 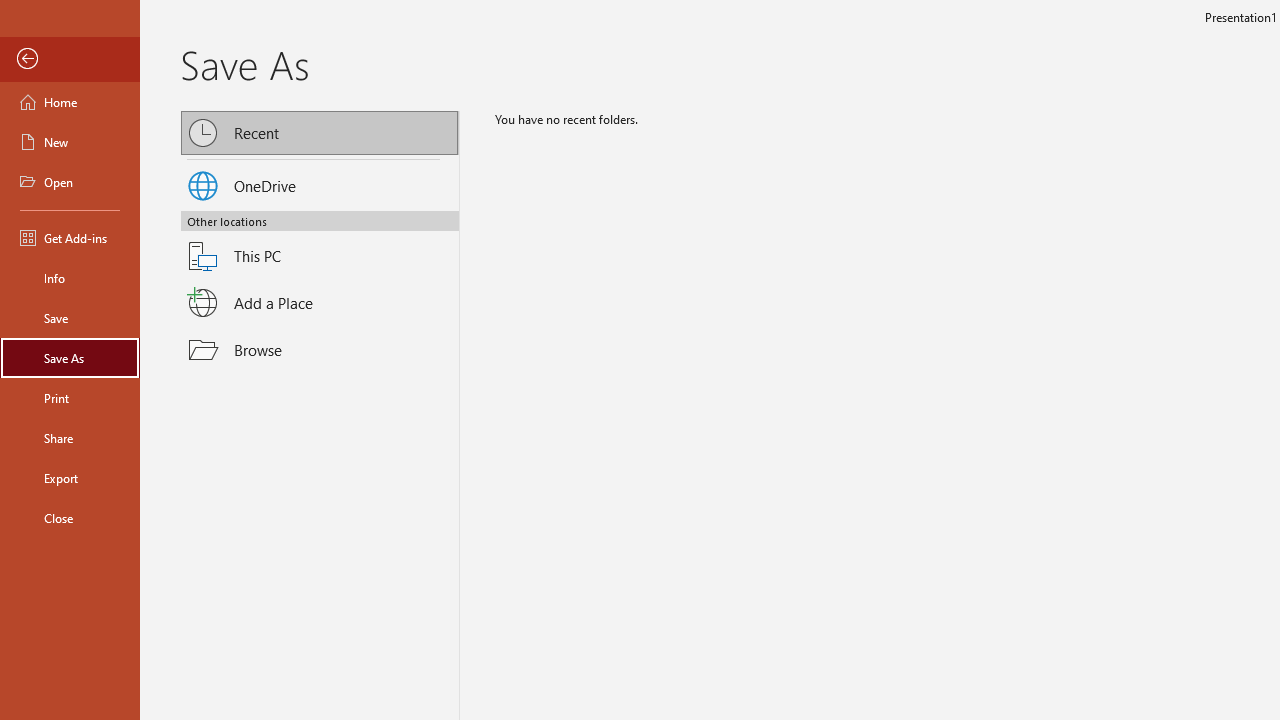 I want to click on 'New', so click(x=69, y=140).